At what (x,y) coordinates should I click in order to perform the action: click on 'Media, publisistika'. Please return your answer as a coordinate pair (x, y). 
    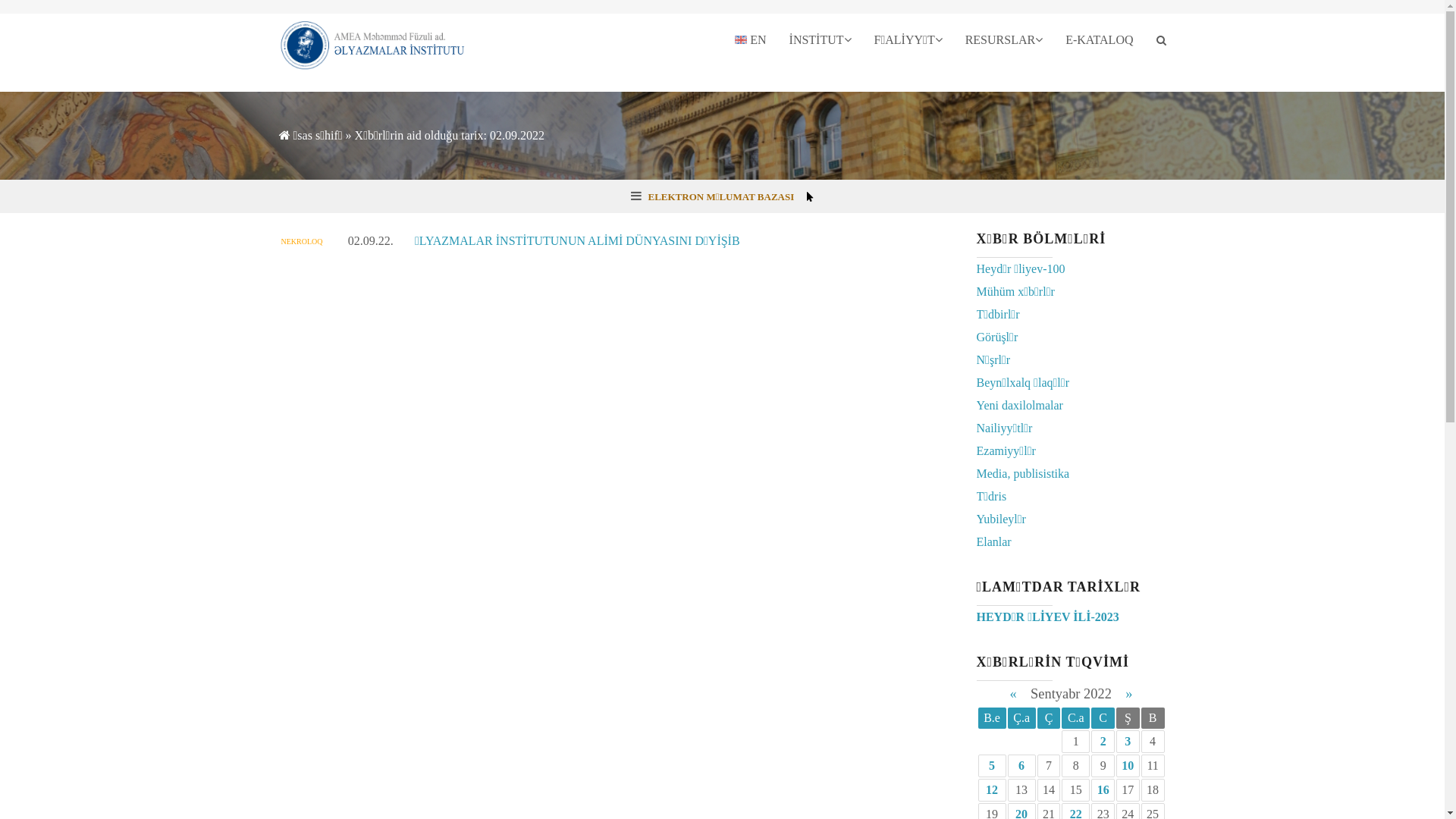
    Looking at the image, I should click on (1023, 472).